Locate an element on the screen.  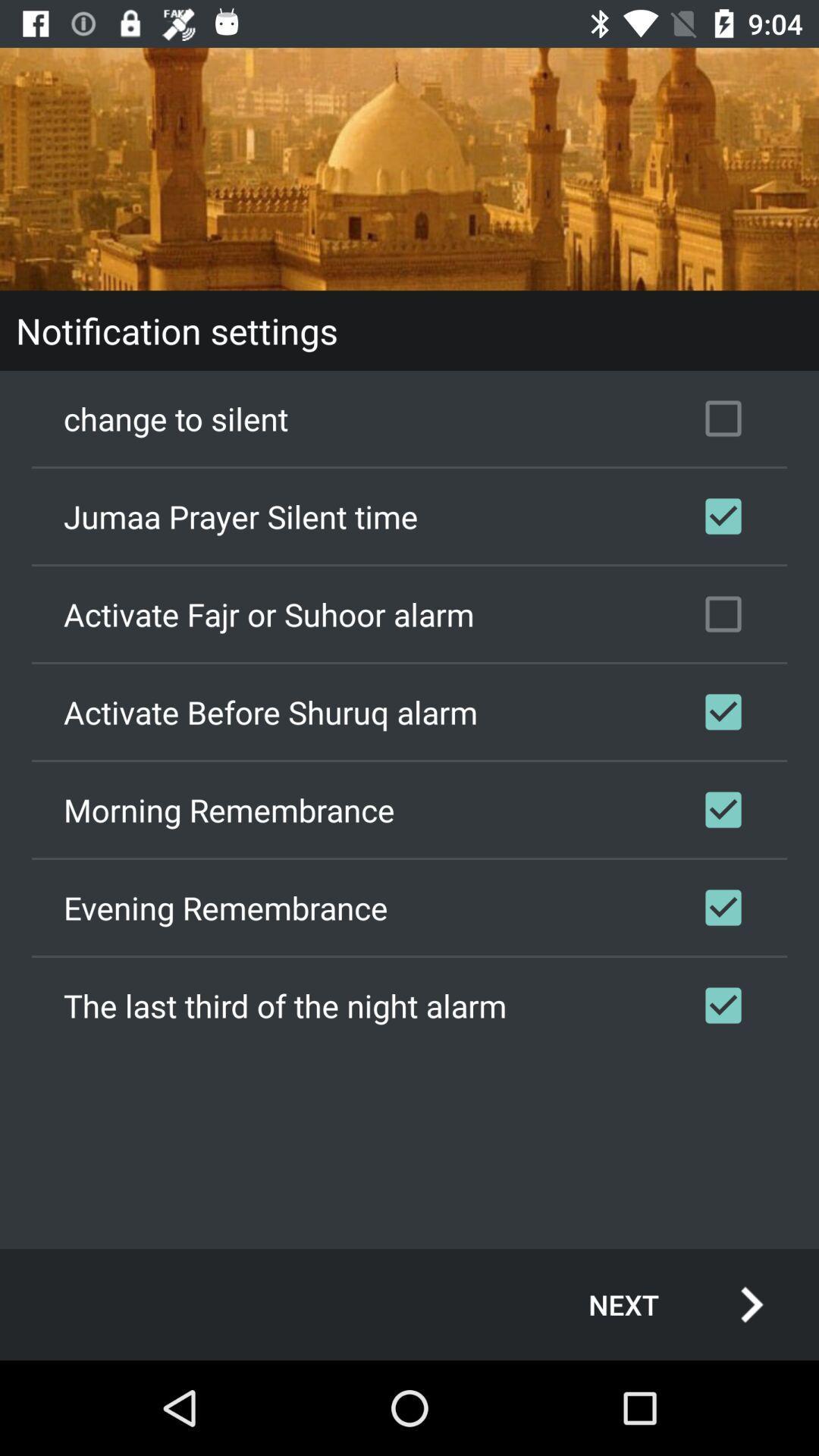
the change to silent item is located at coordinates (409, 419).